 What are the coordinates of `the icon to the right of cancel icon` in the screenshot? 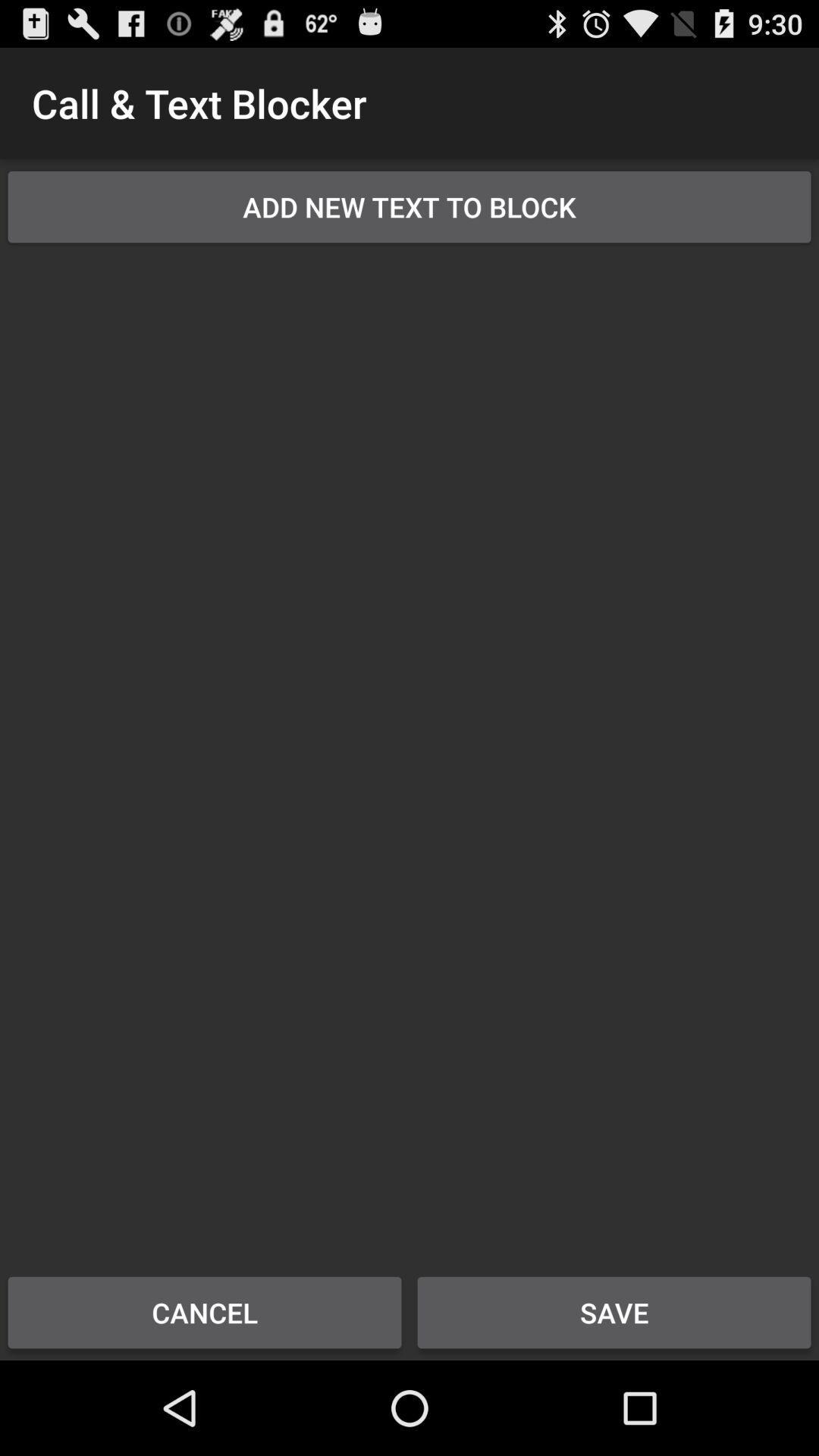 It's located at (614, 1312).